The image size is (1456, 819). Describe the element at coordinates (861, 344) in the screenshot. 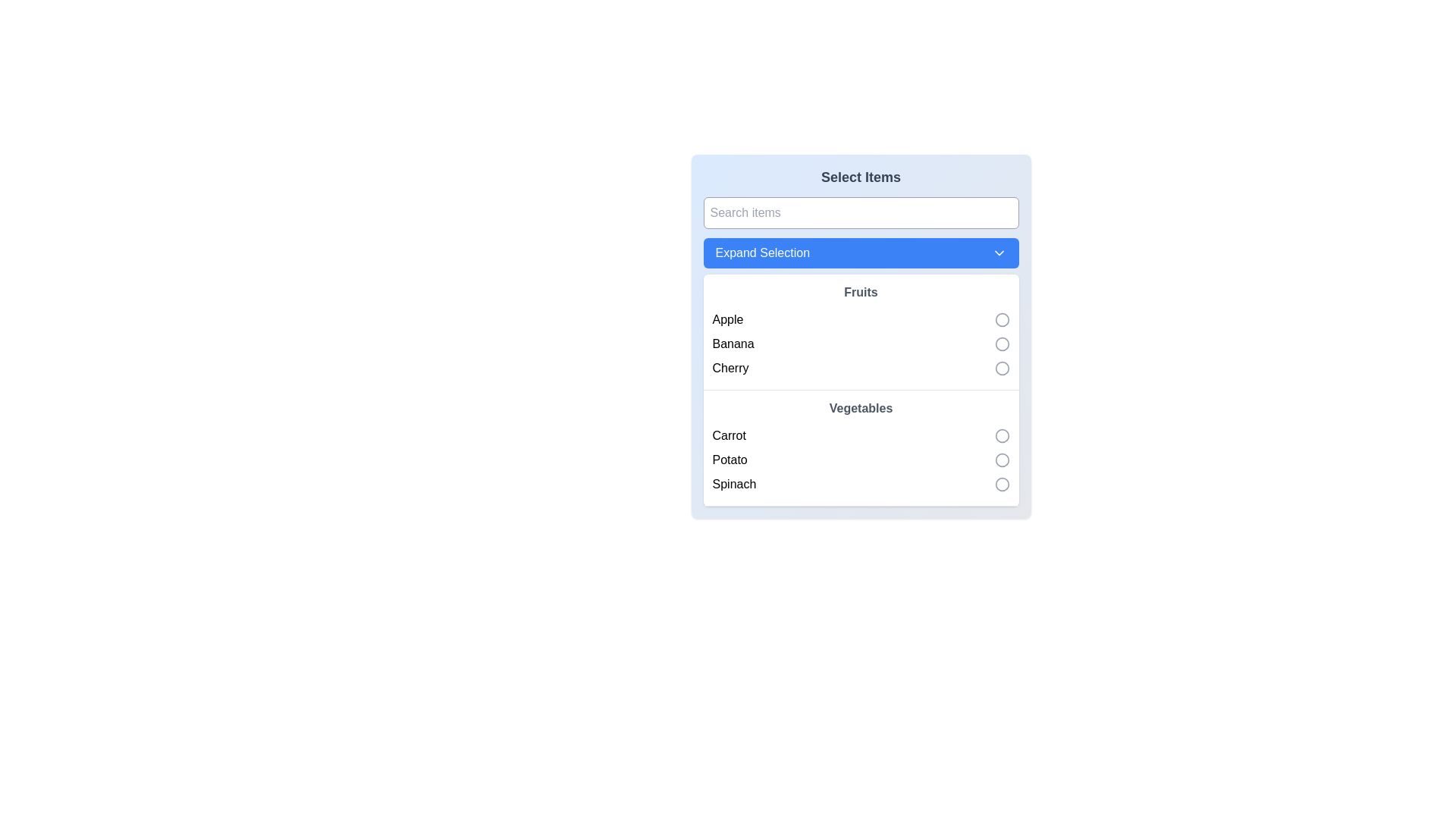

I see `the unselected circular radio button next to the 'Banana' list item in the 'Fruits' section` at that location.